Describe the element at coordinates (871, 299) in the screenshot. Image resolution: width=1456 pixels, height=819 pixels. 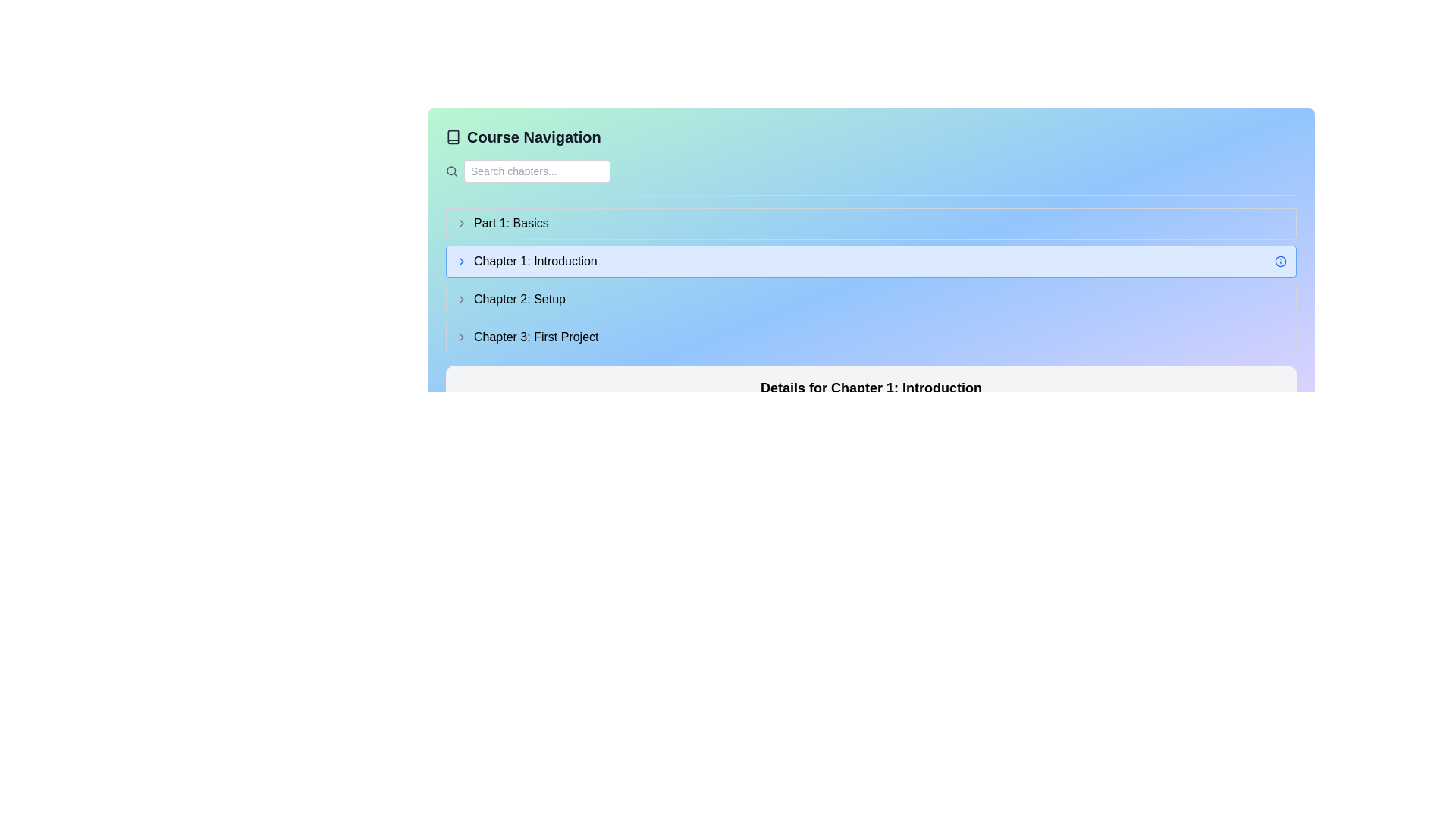
I see `the 'Chapter 2: Setup' navigation list item` at that location.